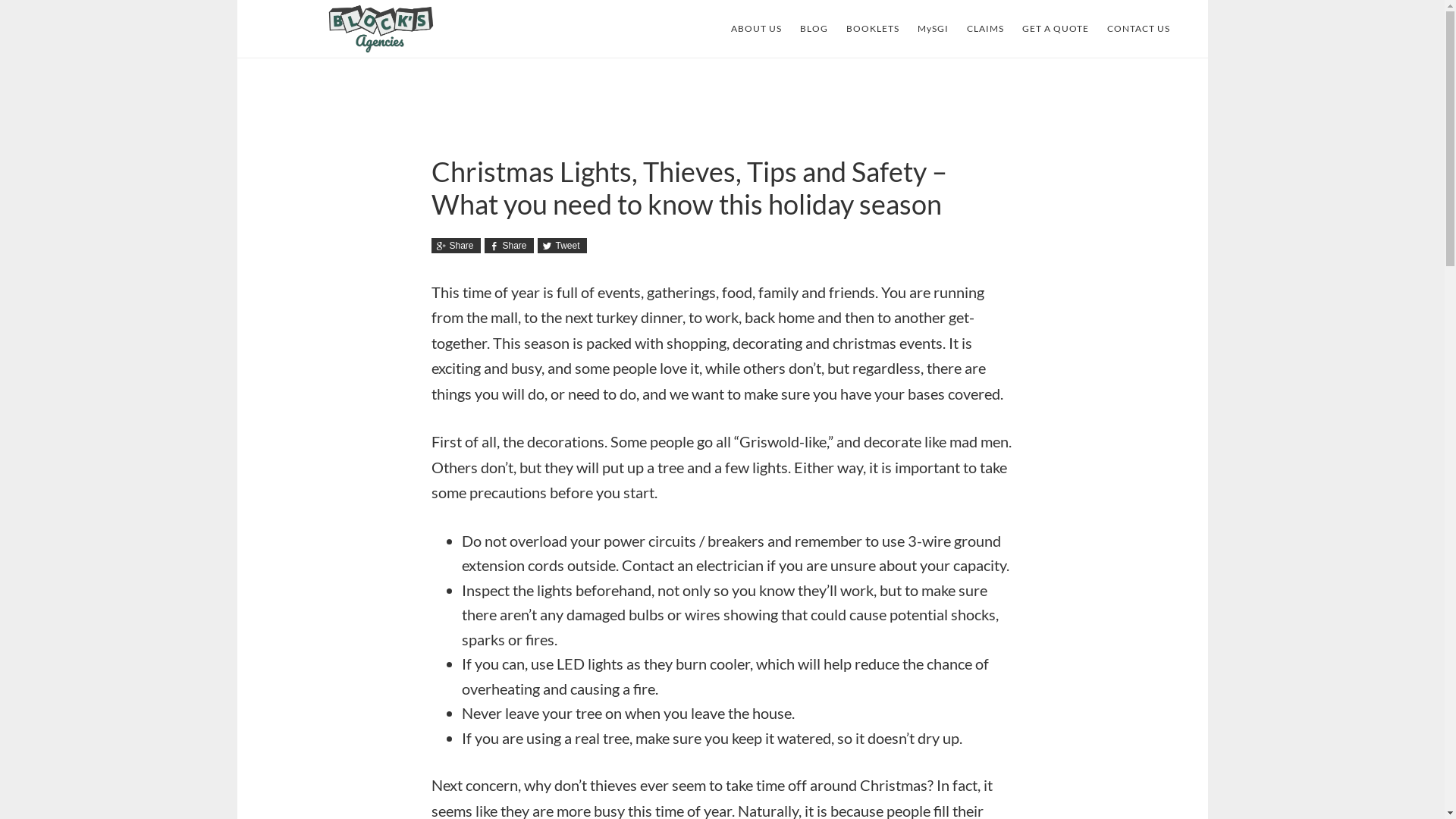 This screenshot has width=1456, height=819. What do you see at coordinates (454, 245) in the screenshot?
I see `'Share'` at bounding box center [454, 245].